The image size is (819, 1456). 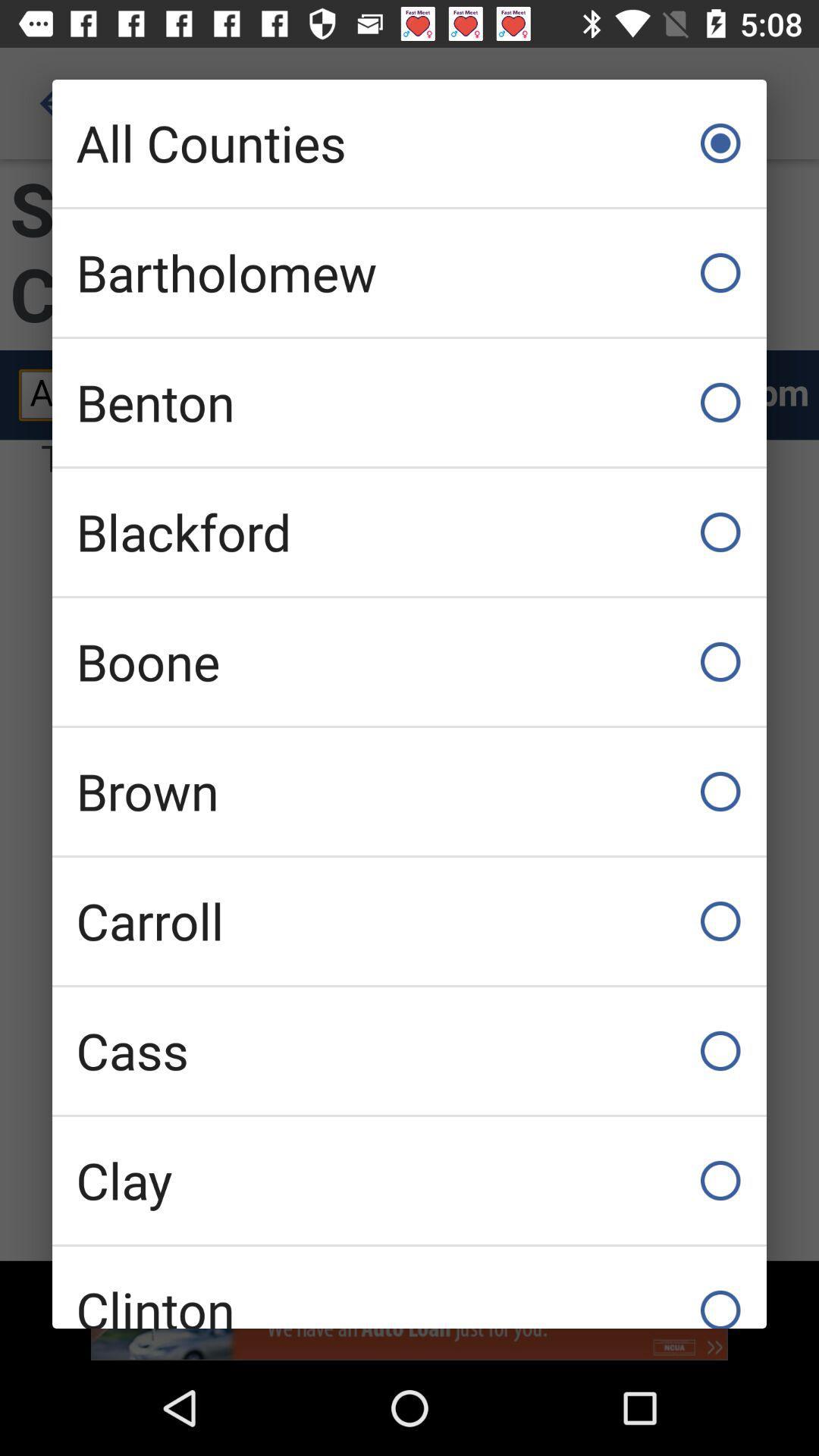 What do you see at coordinates (409, 920) in the screenshot?
I see `item above the cass` at bounding box center [409, 920].